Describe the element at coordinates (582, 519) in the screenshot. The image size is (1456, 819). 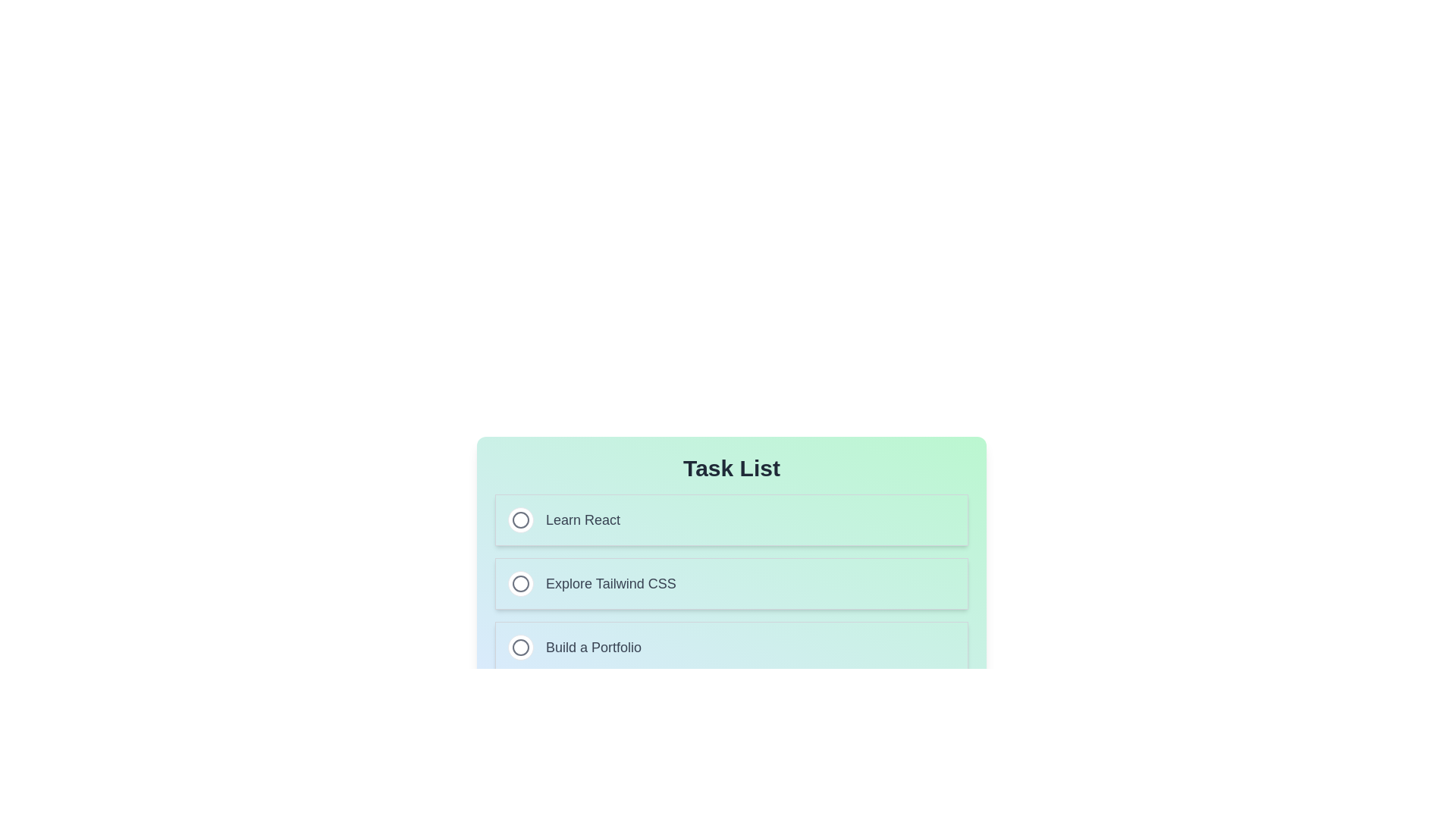
I see `text label located to the right of the circle icon in the first card of the task management interface` at that location.